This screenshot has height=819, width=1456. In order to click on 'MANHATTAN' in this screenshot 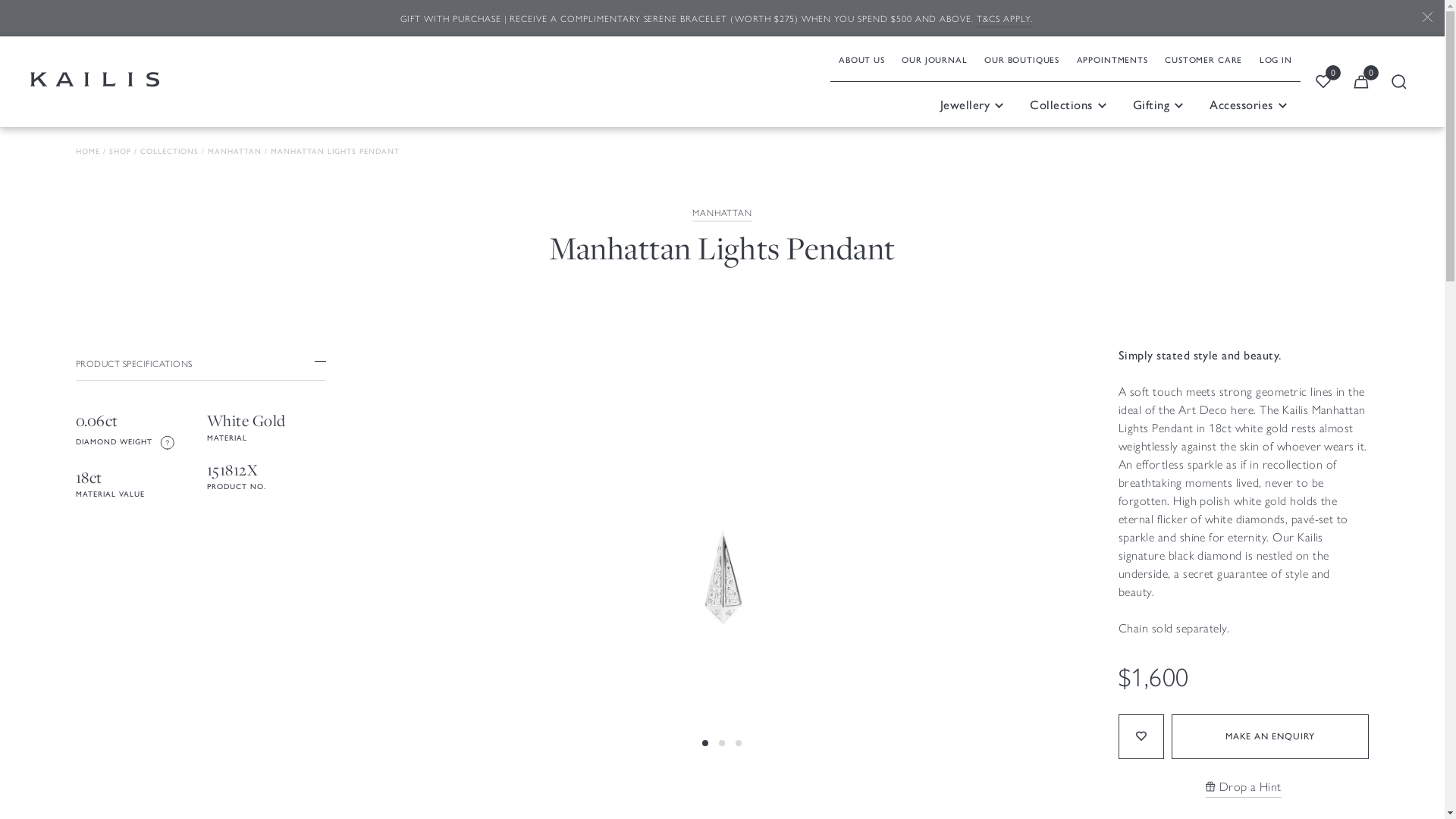, I will do `click(691, 213)`.